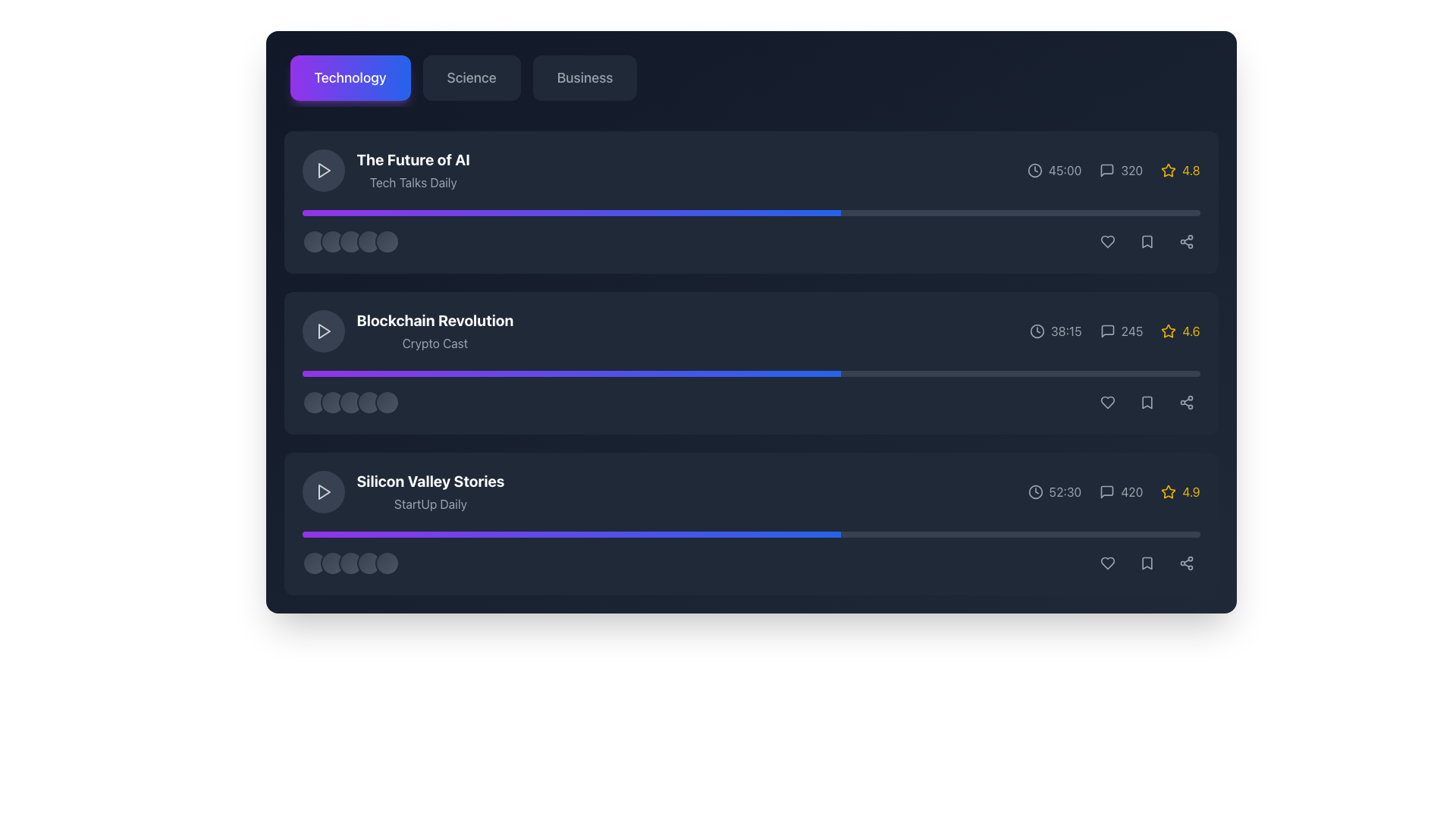 This screenshot has height=819, width=1456. I want to click on the circular button with a bookmark icon located at the bottom right of the 'Silicon Valley Stories' content card, so click(1147, 563).